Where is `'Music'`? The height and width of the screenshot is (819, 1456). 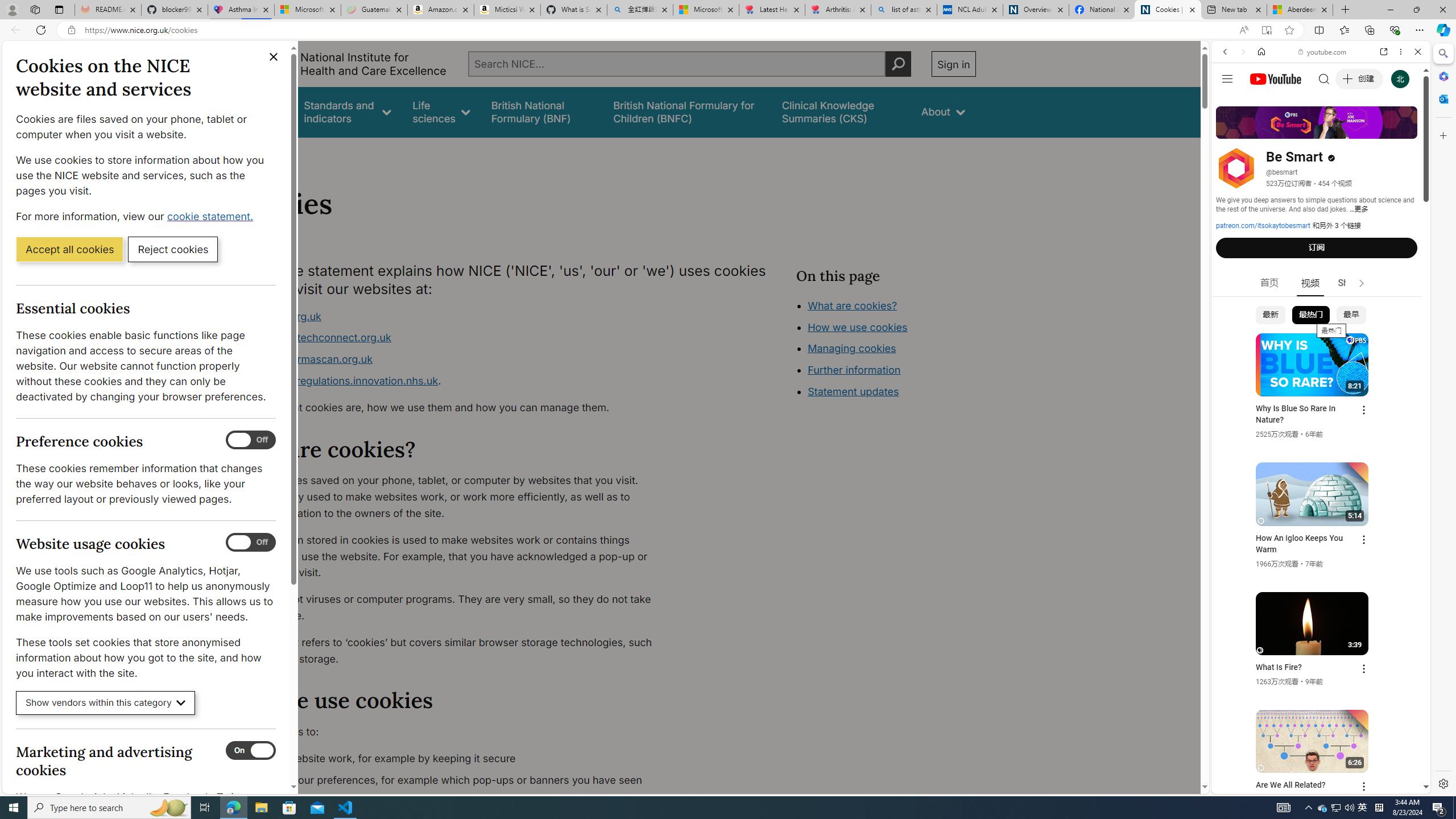 'Music' is located at coordinates (1319, 309).